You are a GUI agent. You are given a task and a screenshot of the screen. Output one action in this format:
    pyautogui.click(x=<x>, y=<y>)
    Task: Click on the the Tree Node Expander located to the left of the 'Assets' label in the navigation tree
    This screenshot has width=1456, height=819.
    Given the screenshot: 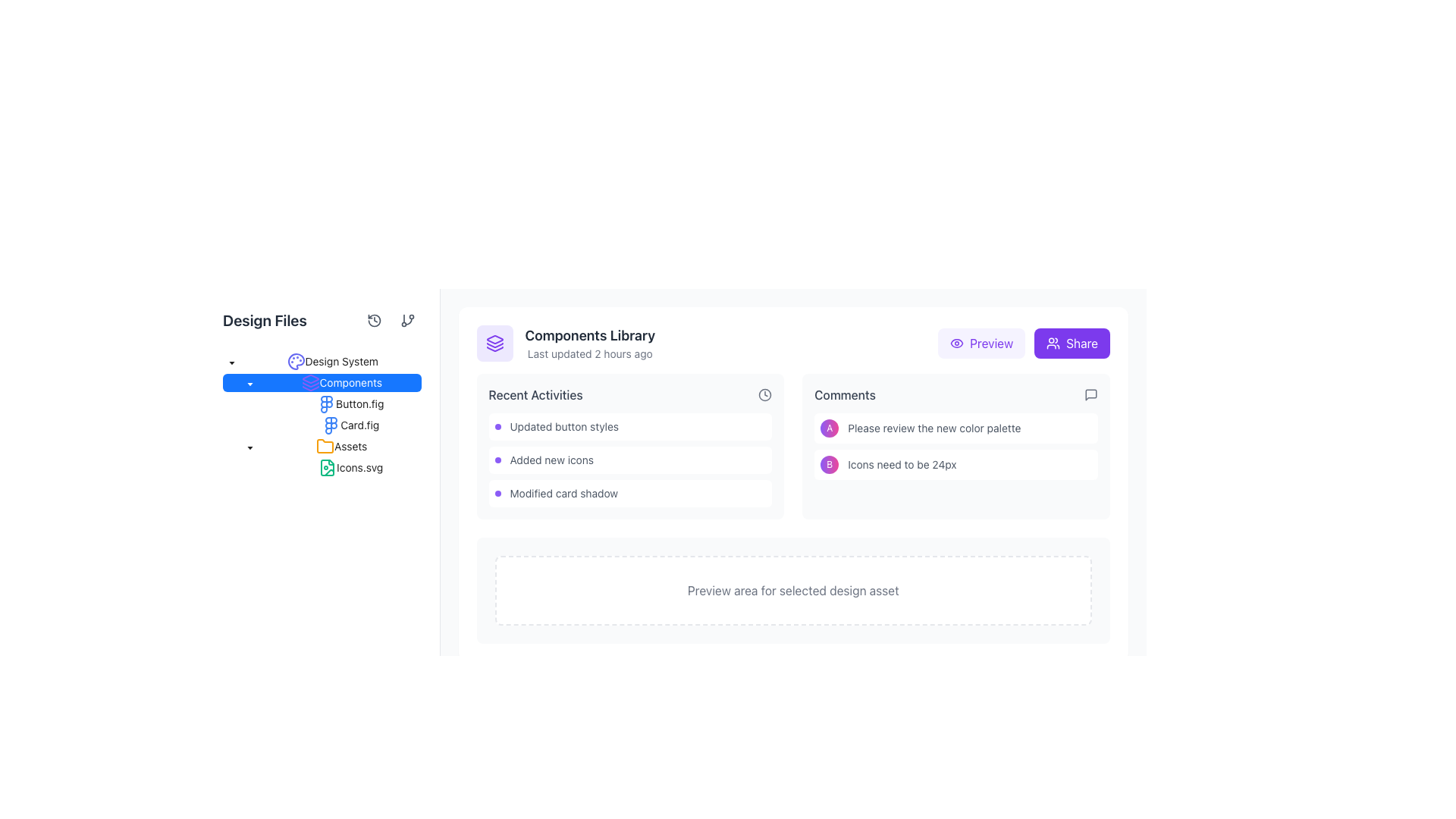 What is the action you would take?
    pyautogui.click(x=250, y=446)
    